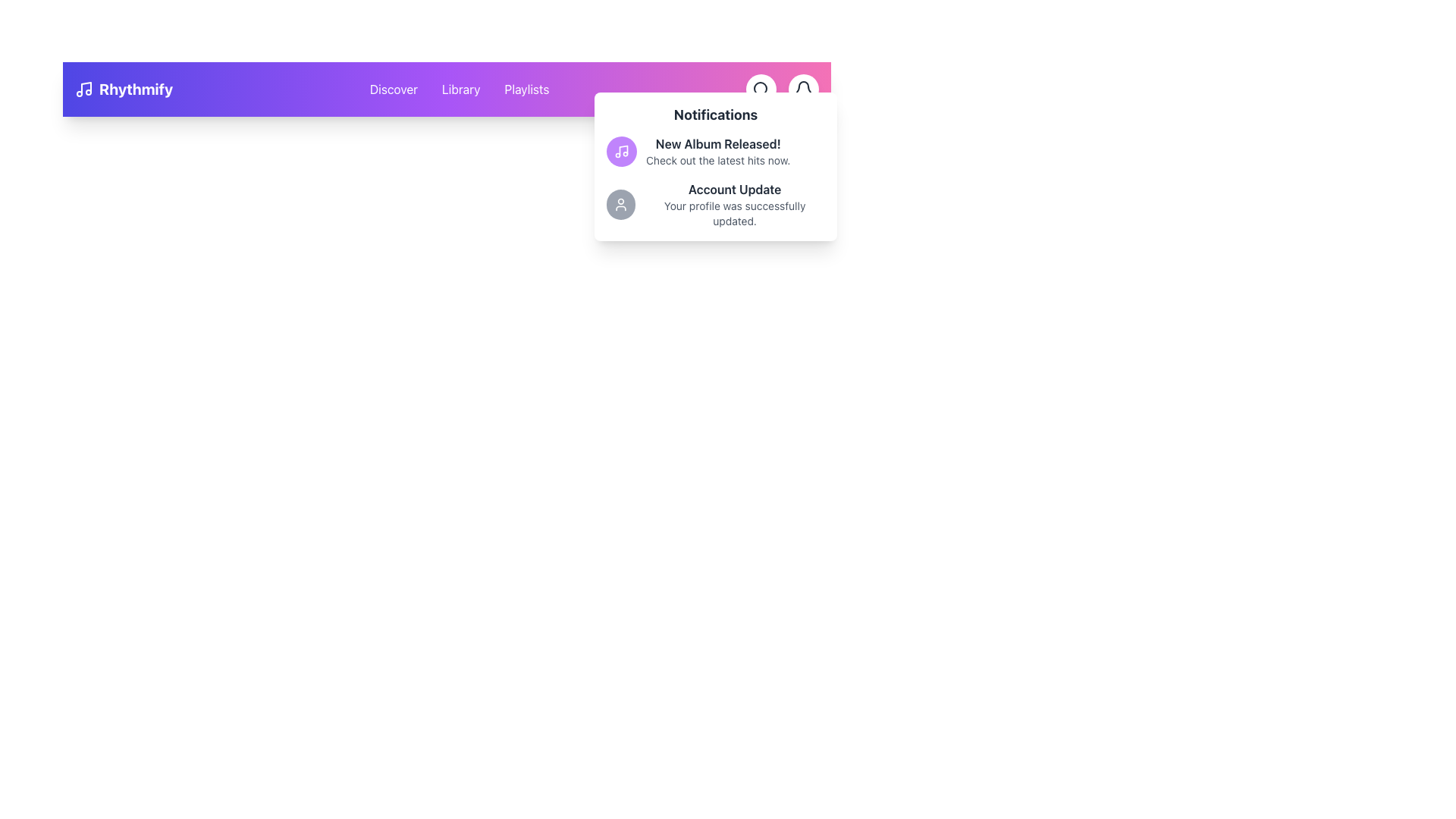 This screenshot has width=1456, height=819. Describe the element at coordinates (394, 89) in the screenshot. I see `the 'Discover' text link, which is the first element in the navigation menu located to the right of the 'Rhythmify' logo` at that location.